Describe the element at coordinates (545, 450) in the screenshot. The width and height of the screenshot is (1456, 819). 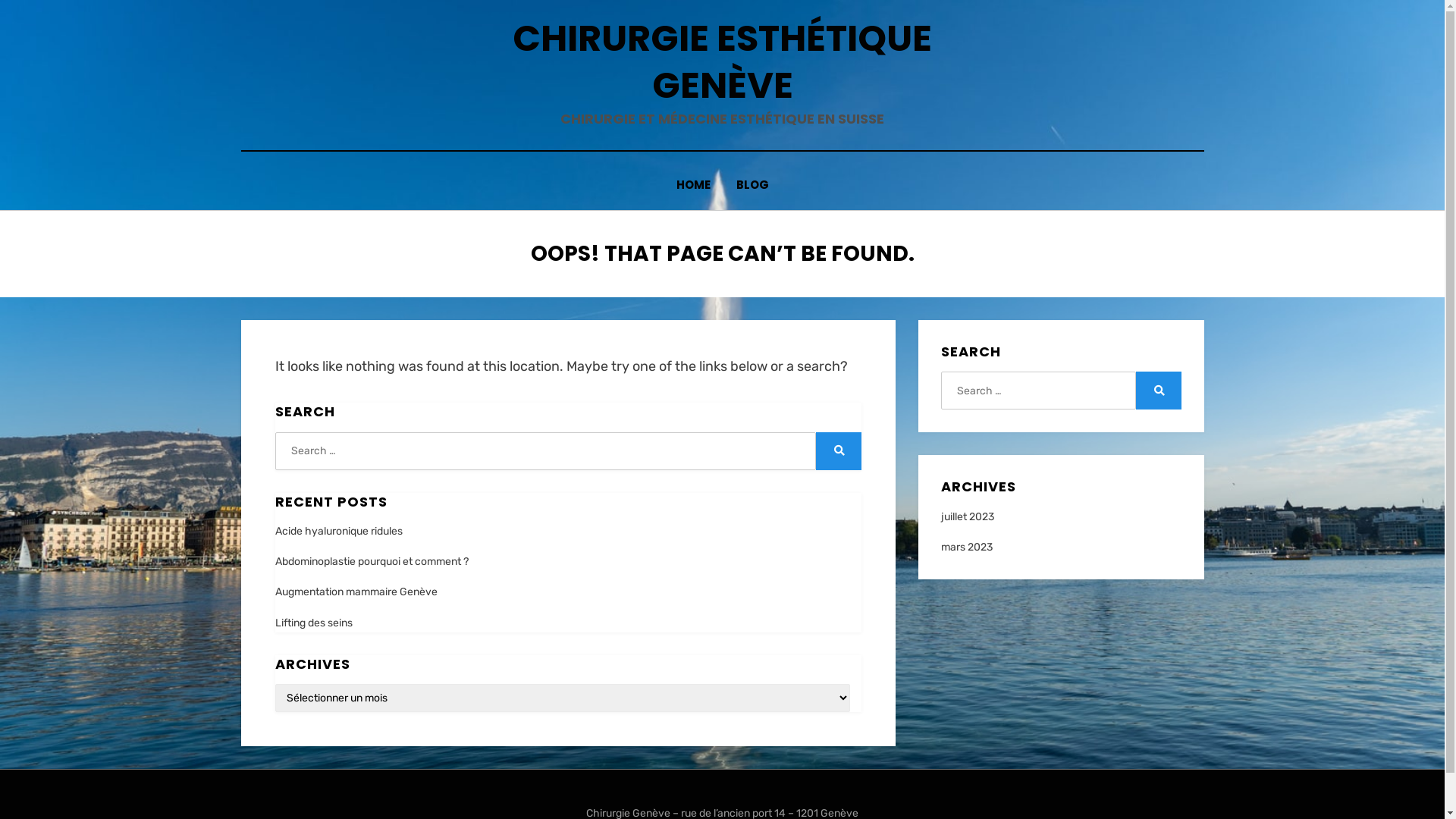
I see `'Search for:'` at that location.